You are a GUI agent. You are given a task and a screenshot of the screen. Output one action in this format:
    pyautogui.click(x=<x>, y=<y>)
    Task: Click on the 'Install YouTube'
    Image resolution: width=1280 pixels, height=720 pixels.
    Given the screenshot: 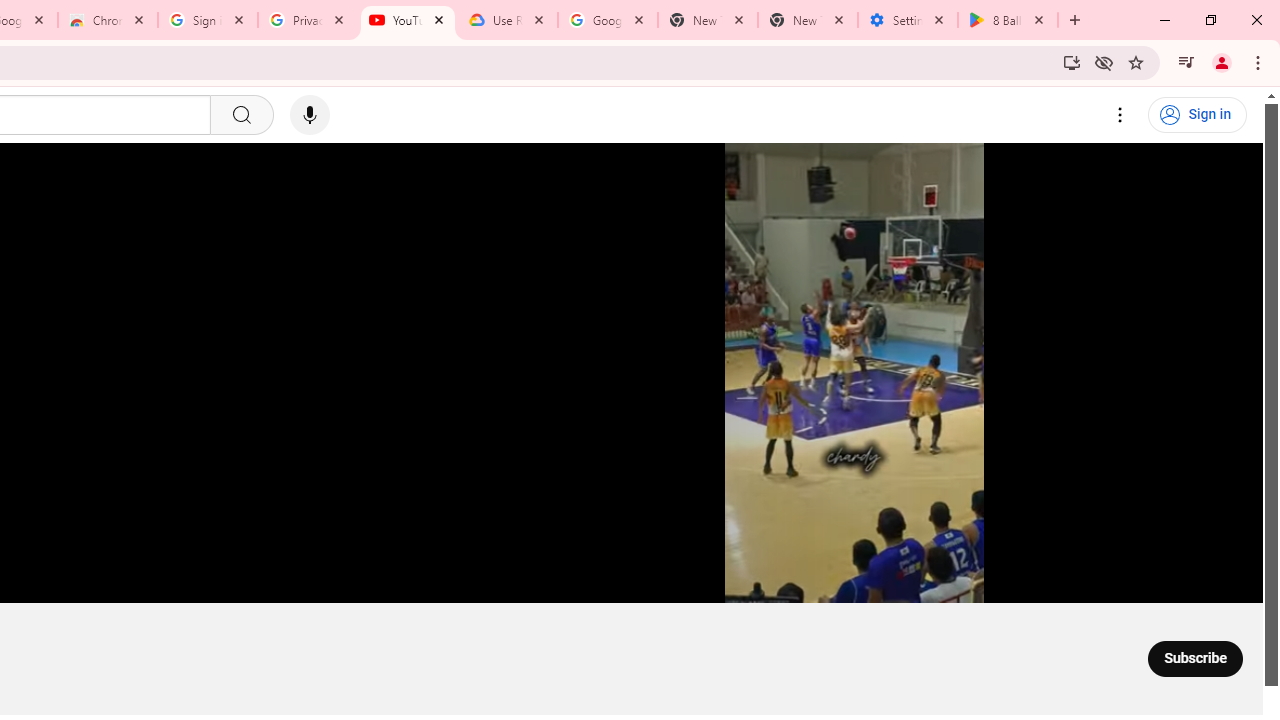 What is the action you would take?
    pyautogui.click(x=1071, y=61)
    